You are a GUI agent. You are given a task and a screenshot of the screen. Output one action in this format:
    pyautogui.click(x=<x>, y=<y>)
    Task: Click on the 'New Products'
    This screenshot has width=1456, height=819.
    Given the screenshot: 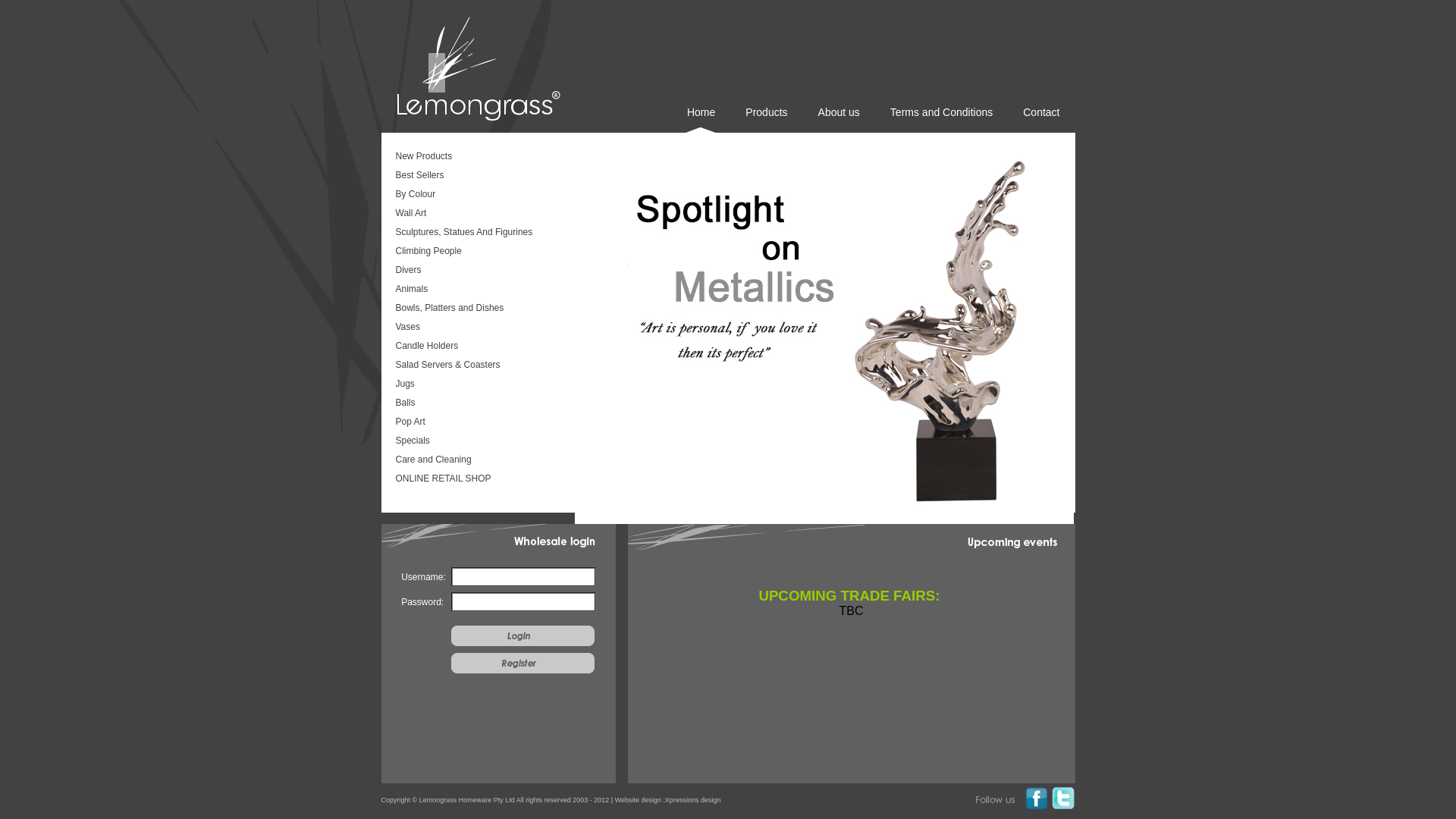 What is the action you would take?
    pyautogui.click(x=393, y=158)
    